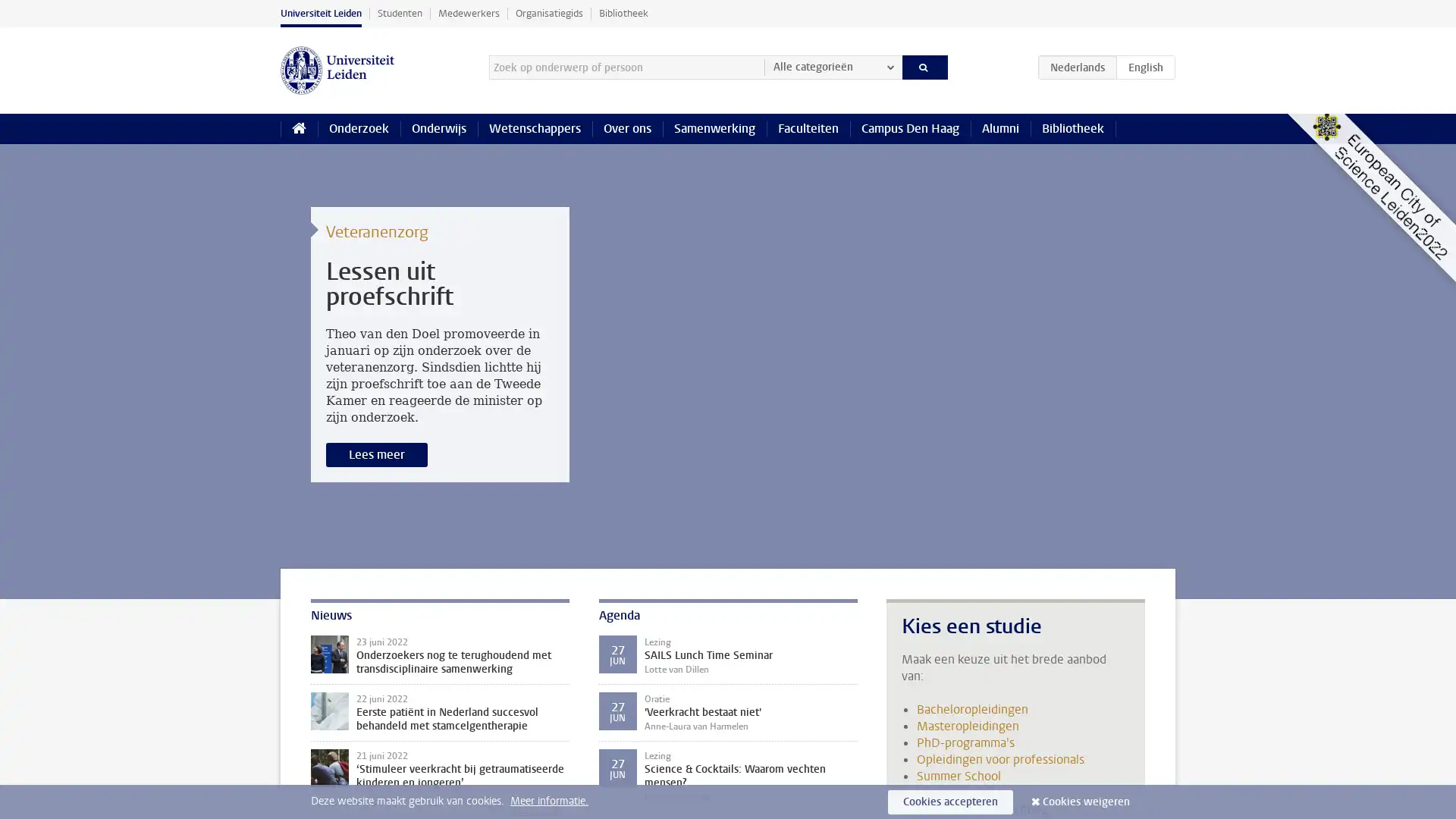  Describe the element at coordinates (949, 801) in the screenshot. I see `Cookies accepteren` at that location.